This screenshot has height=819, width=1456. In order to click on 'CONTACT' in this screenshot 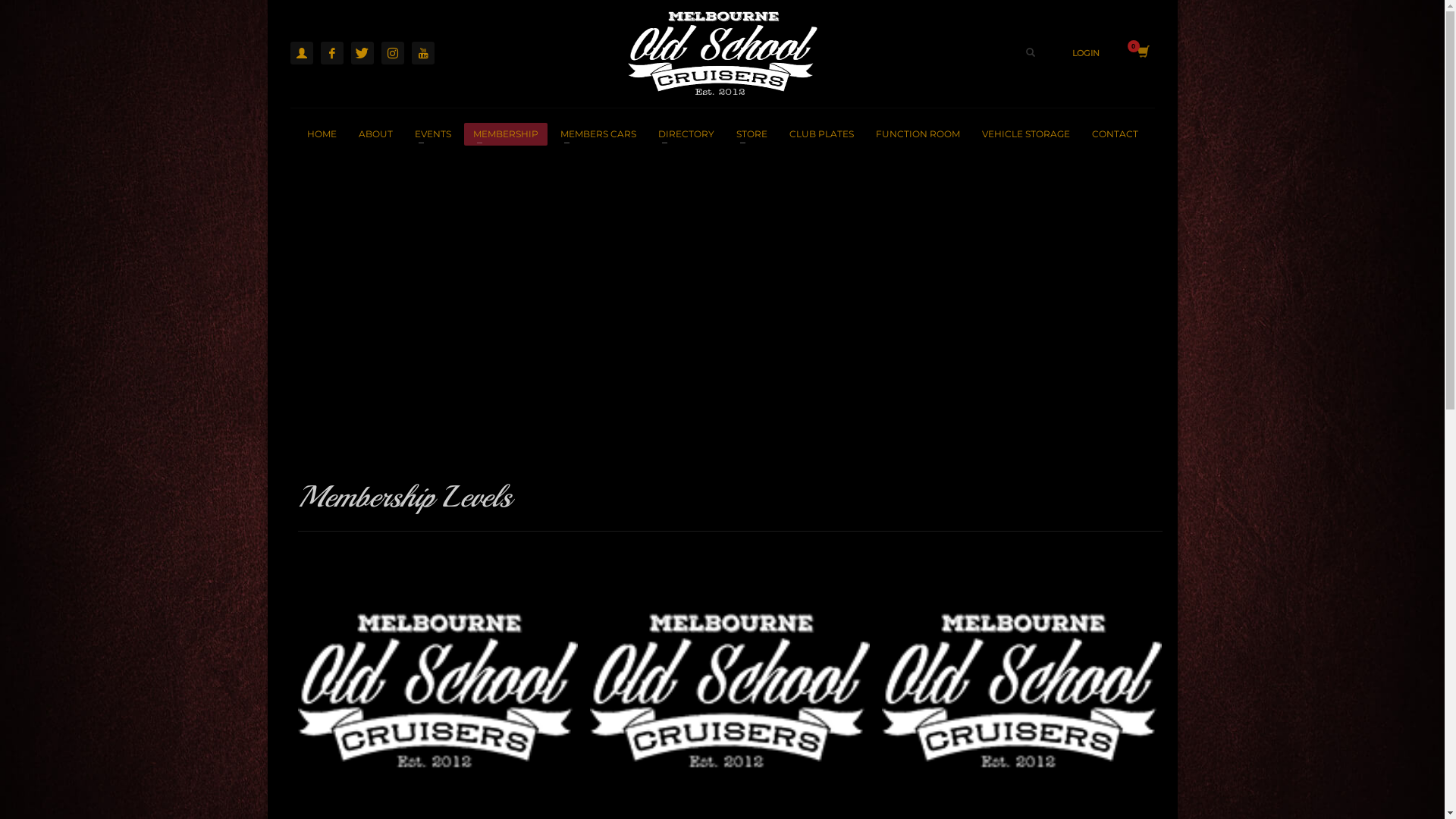, I will do `click(1115, 133)`.